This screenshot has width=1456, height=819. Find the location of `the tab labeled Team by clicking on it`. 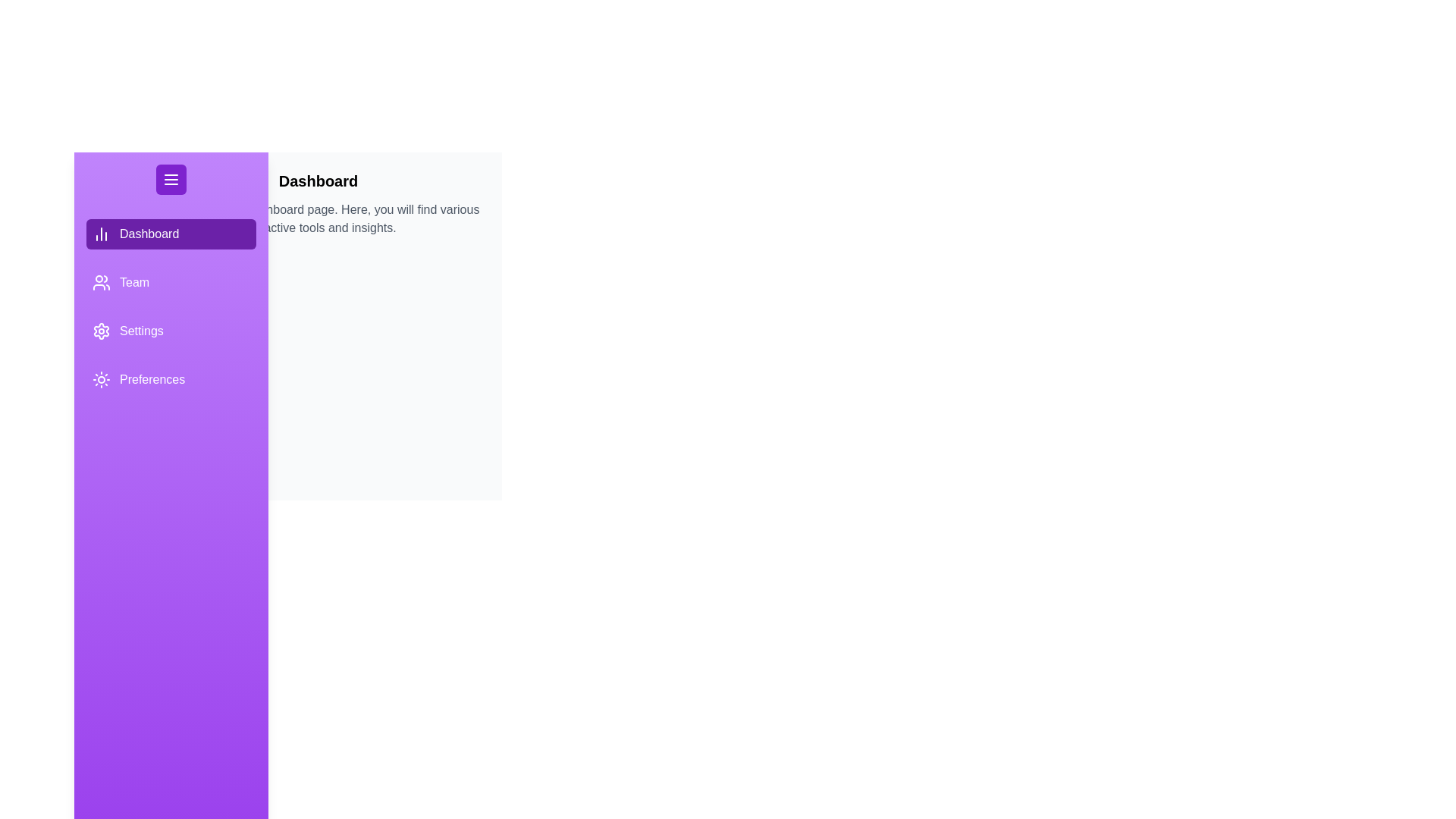

the tab labeled Team by clicking on it is located at coordinates (171, 283).